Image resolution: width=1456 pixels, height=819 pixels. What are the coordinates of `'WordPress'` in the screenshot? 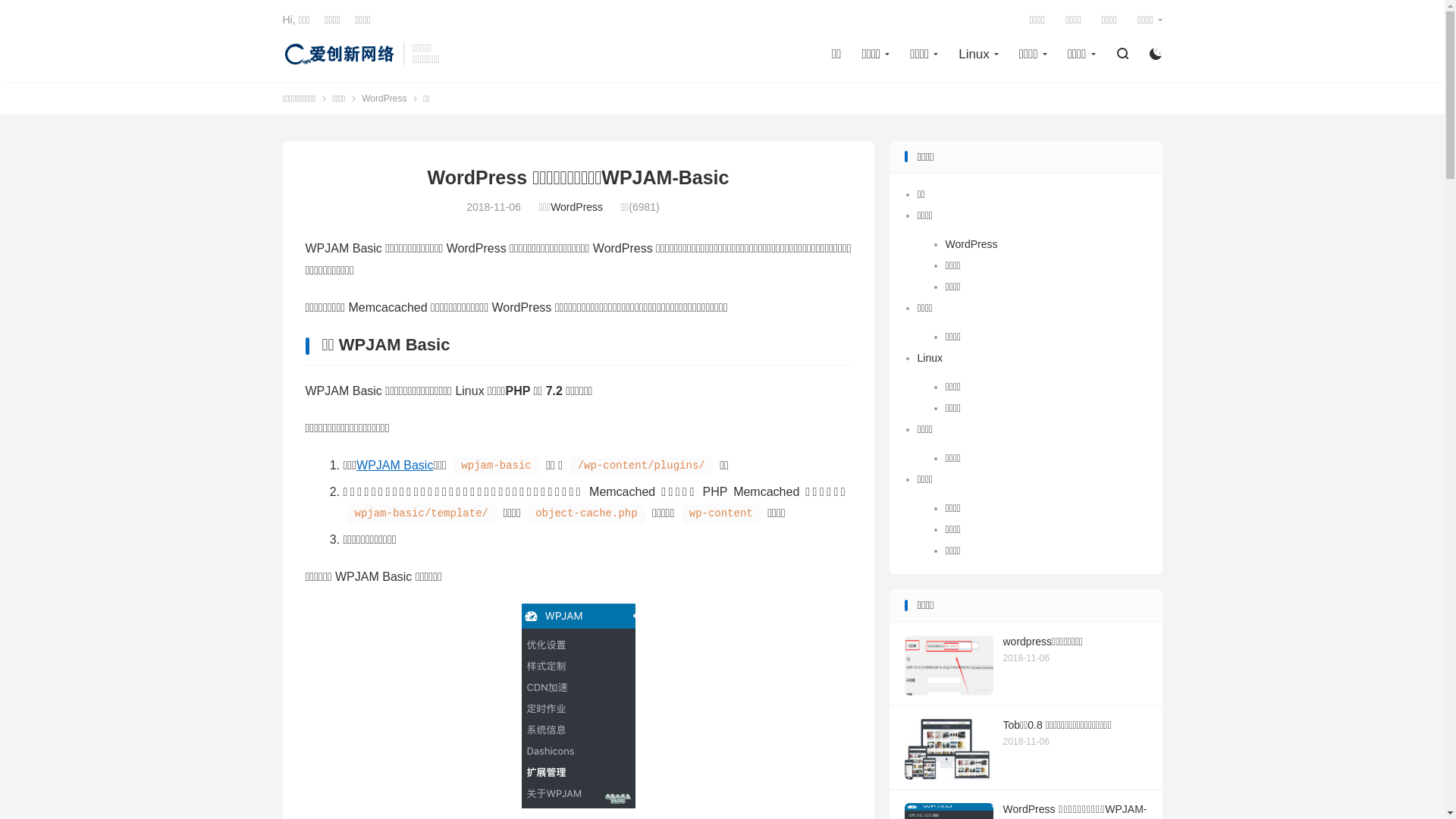 It's located at (971, 243).